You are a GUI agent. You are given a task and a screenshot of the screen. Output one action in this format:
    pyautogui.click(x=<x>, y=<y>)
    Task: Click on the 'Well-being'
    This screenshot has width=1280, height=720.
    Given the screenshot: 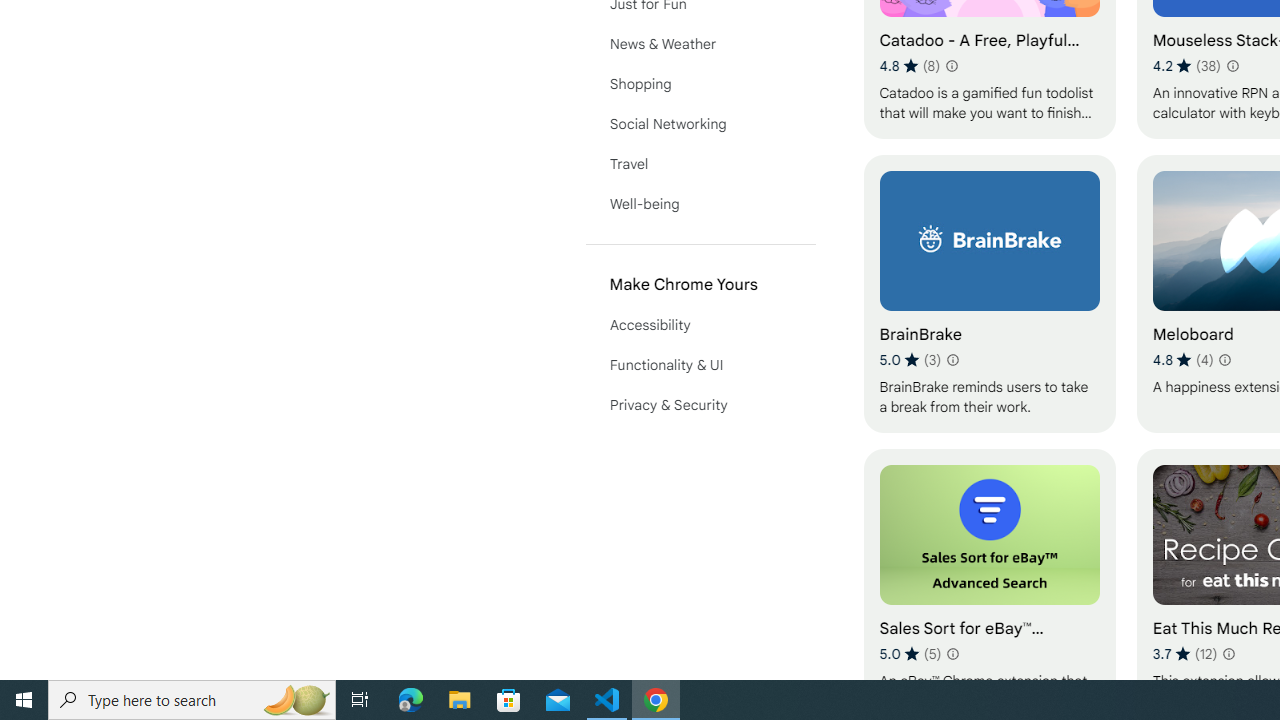 What is the action you would take?
    pyautogui.click(x=700, y=204)
    